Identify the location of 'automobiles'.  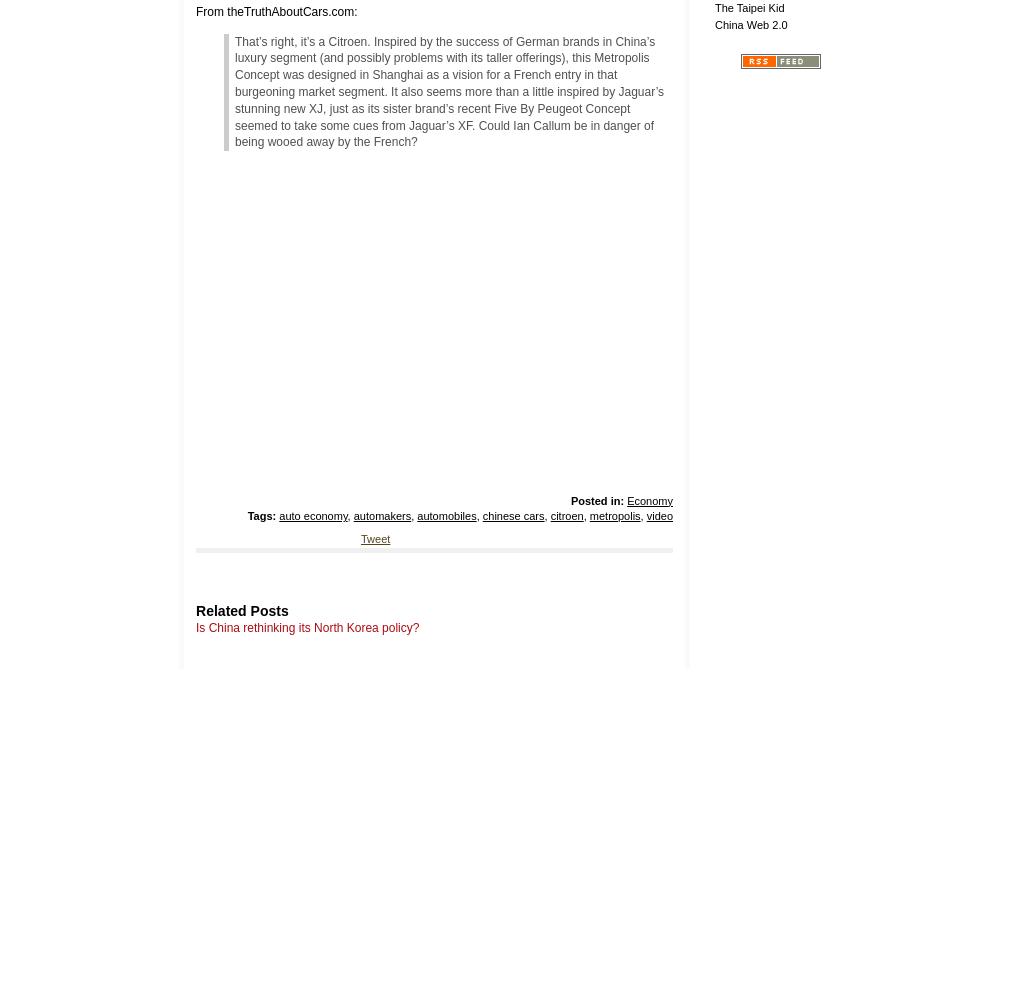
(415, 516).